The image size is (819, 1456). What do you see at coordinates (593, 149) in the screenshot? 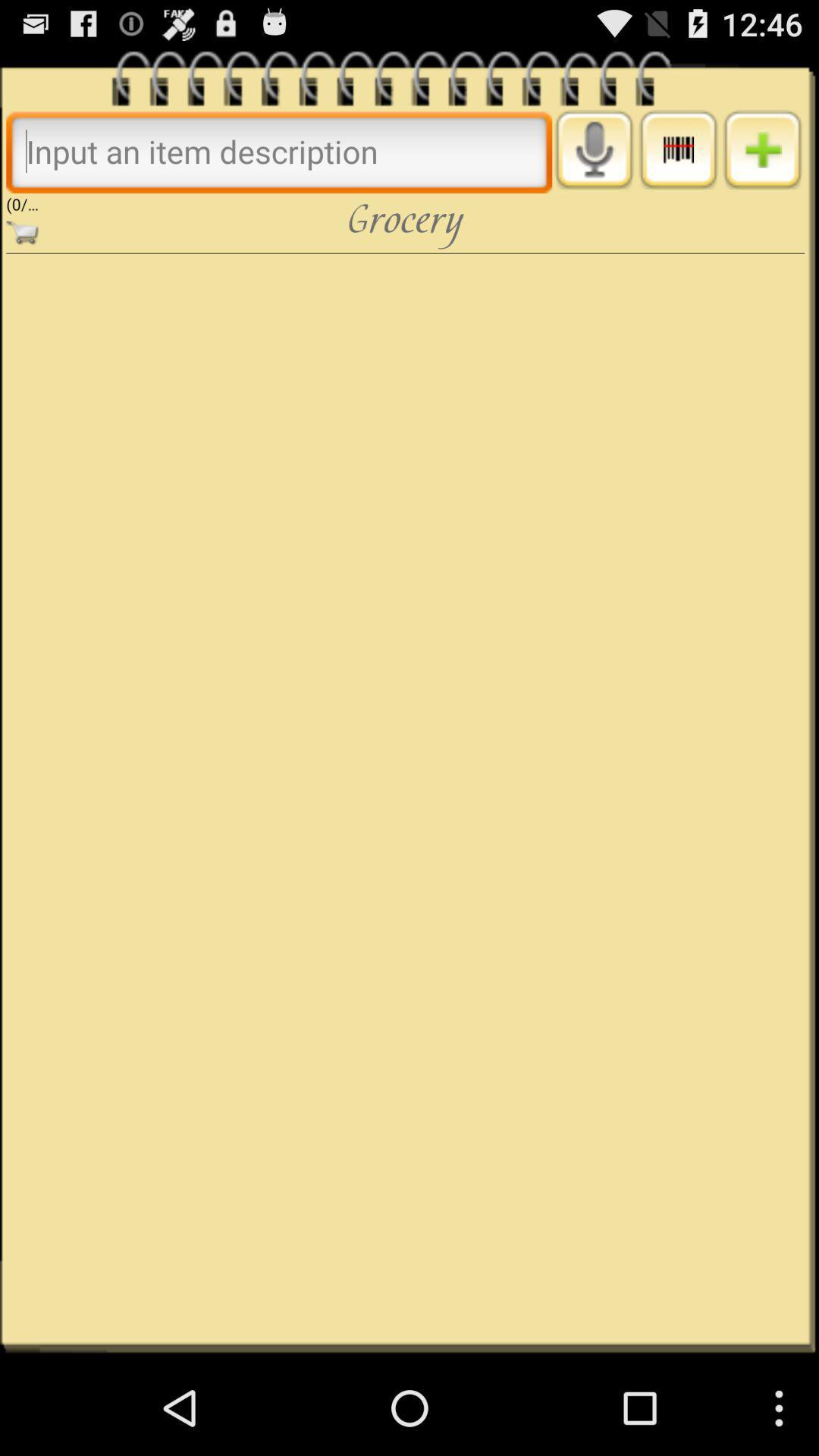
I see `use microphone` at bounding box center [593, 149].